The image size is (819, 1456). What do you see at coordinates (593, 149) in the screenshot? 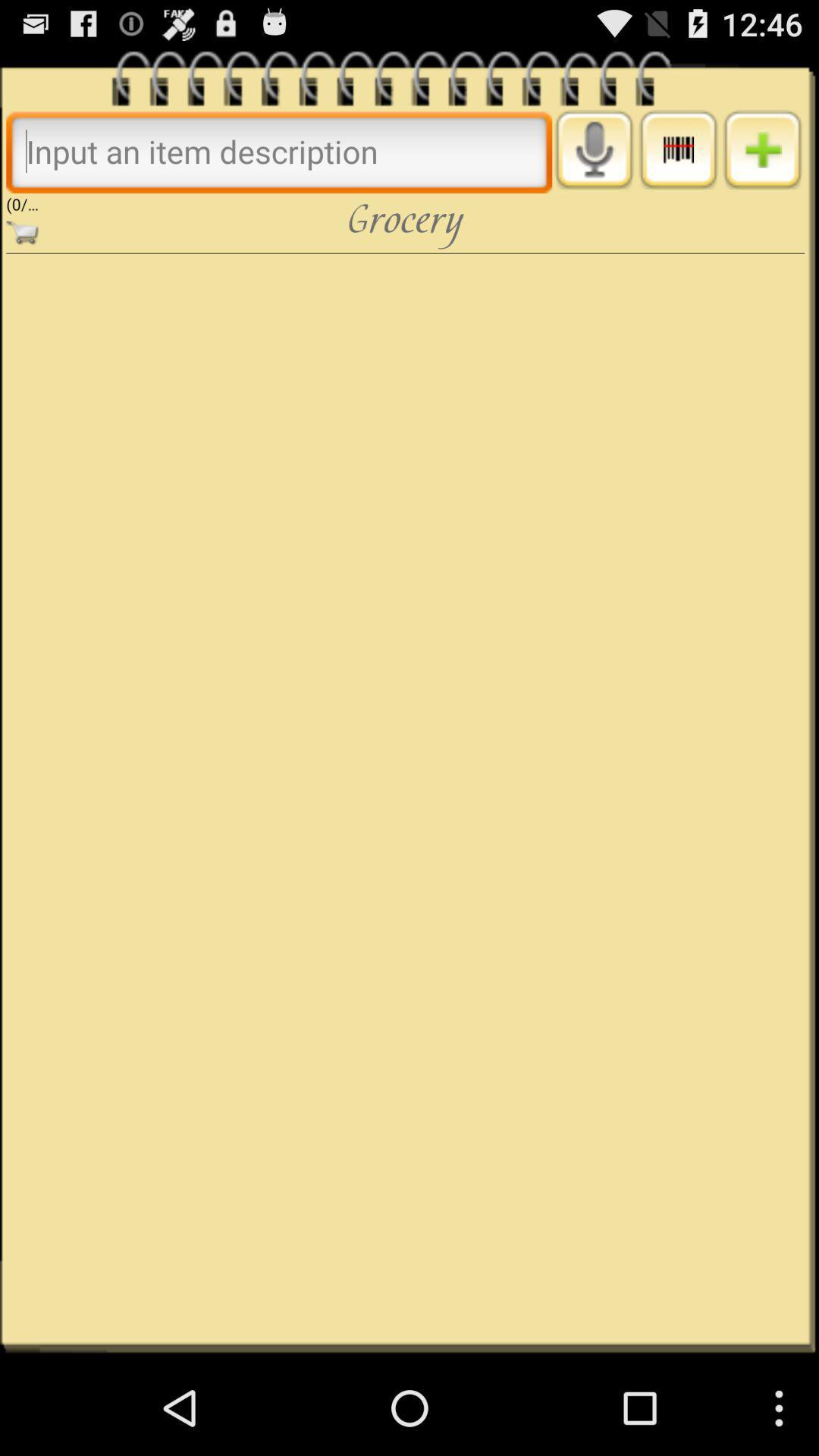
I see `use microphone` at bounding box center [593, 149].